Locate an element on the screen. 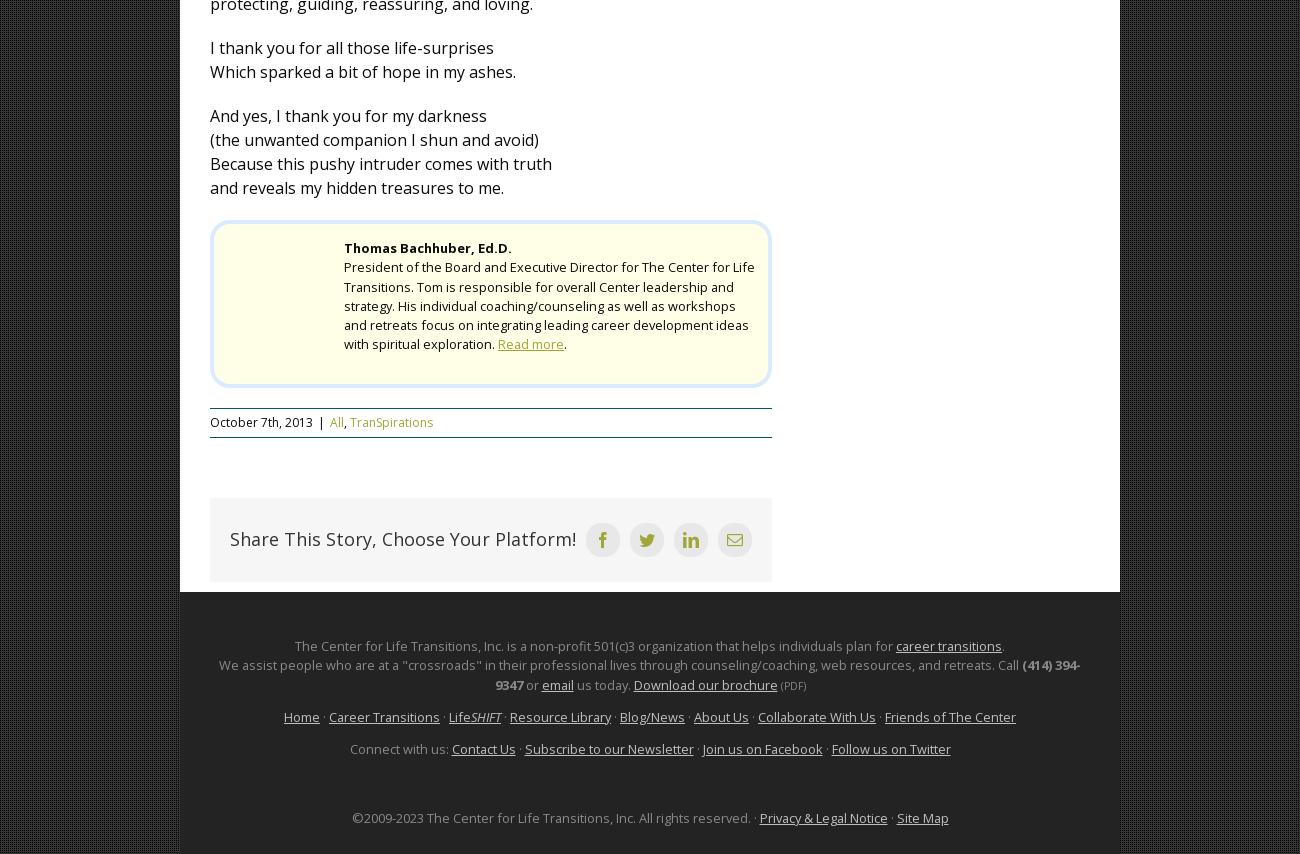  'October 7th, 2013' is located at coordinates (209, 422).